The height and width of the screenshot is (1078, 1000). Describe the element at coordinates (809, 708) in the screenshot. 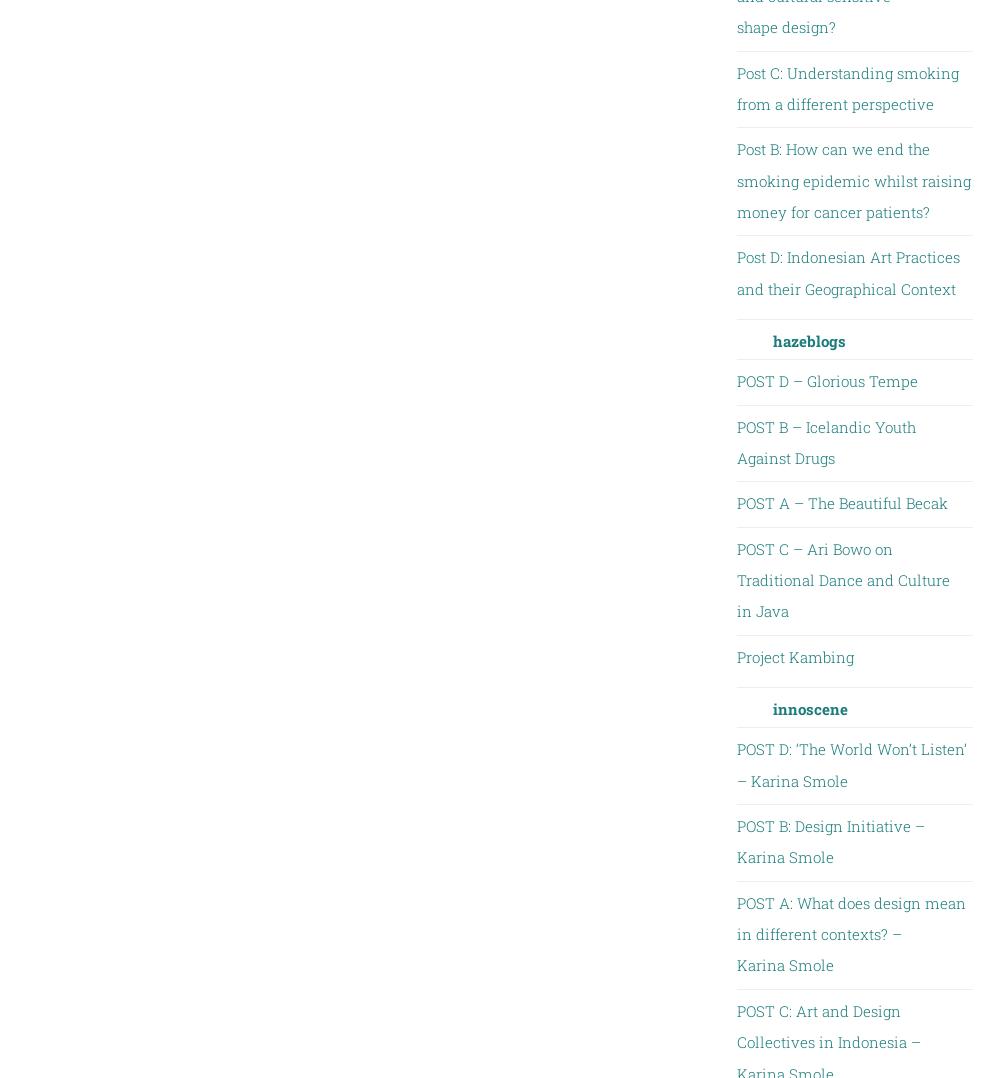

I see `'innoscene'` at that location.